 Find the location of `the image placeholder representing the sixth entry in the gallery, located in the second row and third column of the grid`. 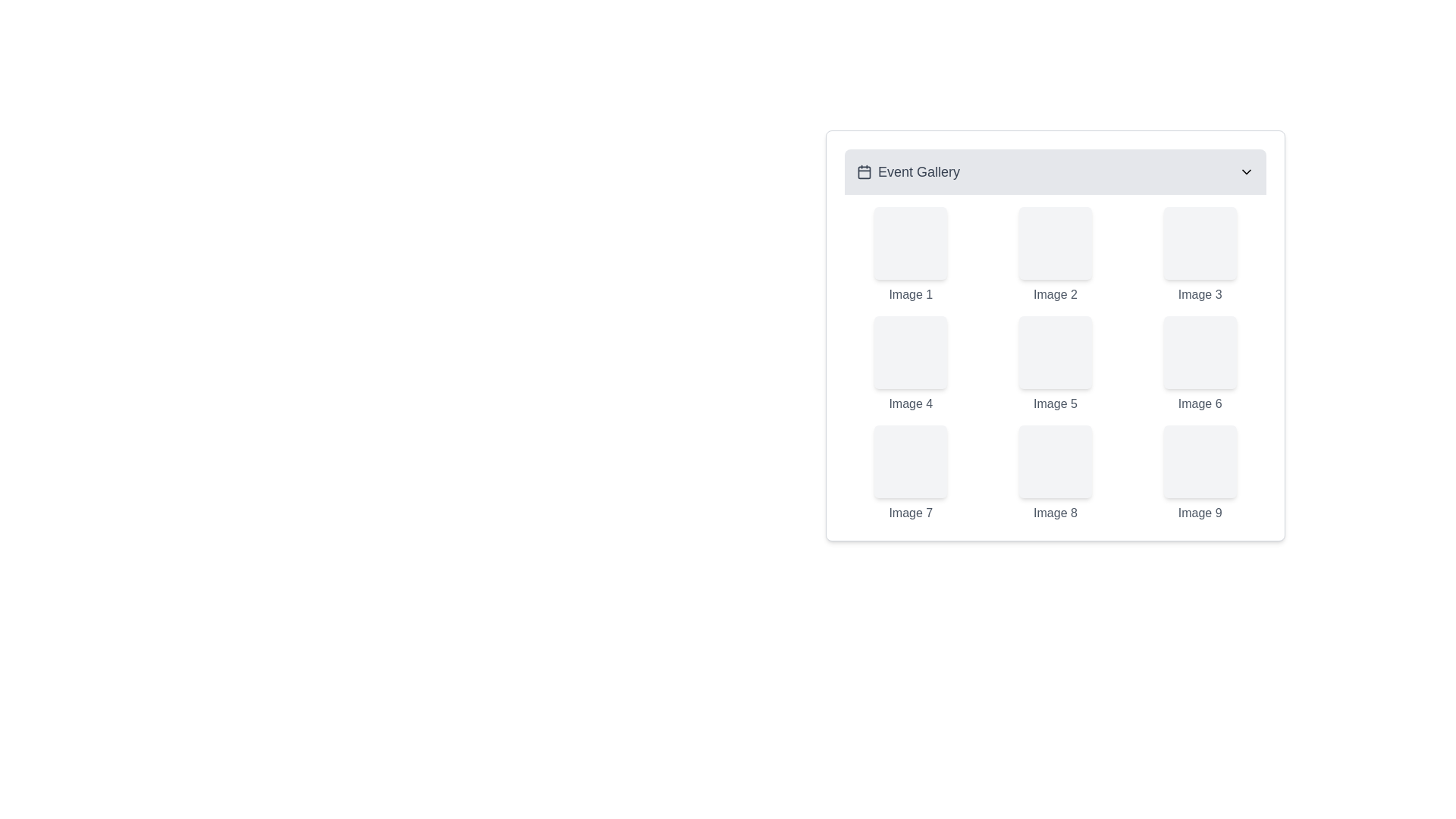

the image placeholder representing the sixth entry in the gallery, located in the second row and third column of the grid is located at coordinates (1199, 353).